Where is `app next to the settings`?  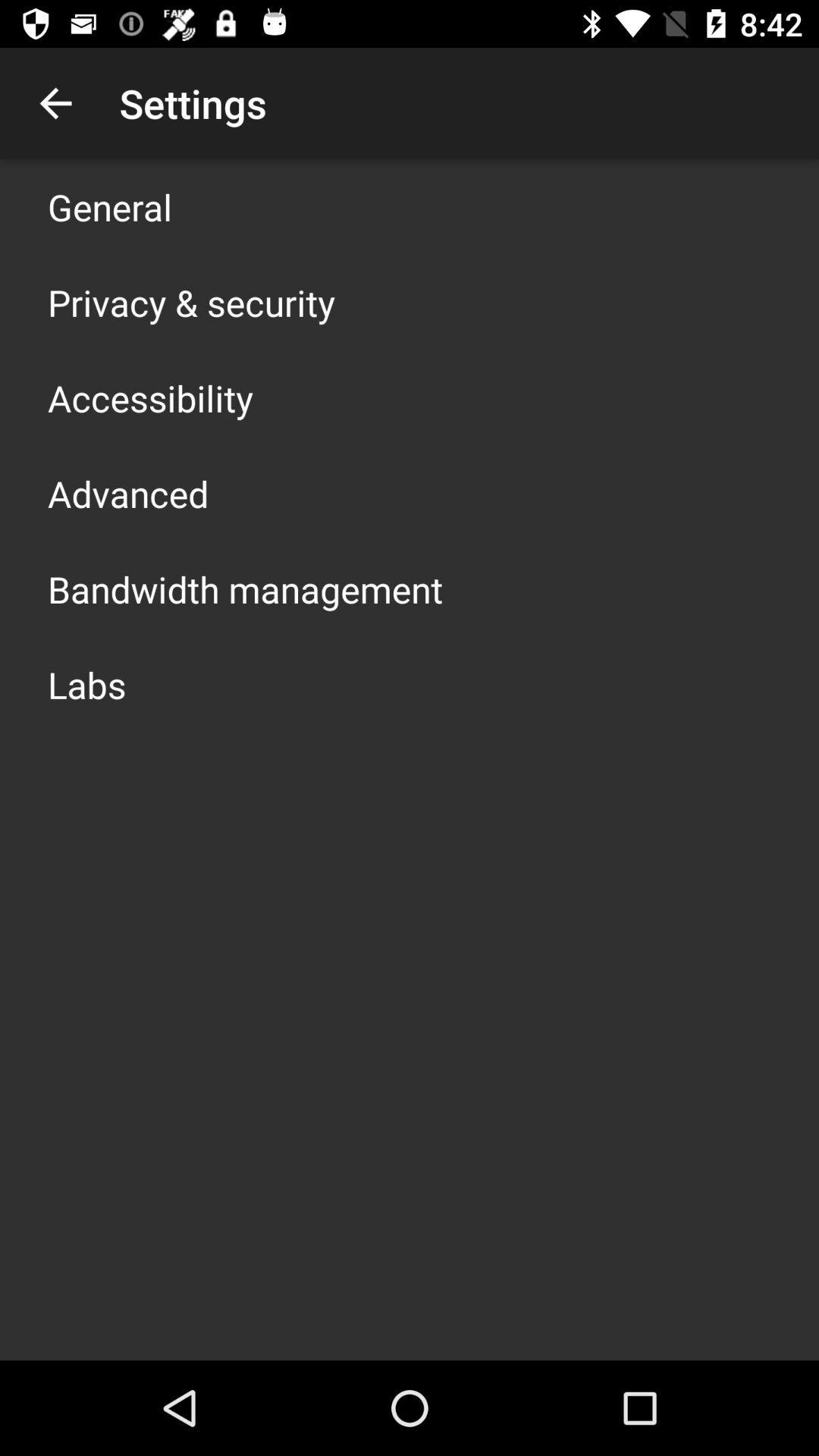
app next to the settings is located at coordinates (55, 102).